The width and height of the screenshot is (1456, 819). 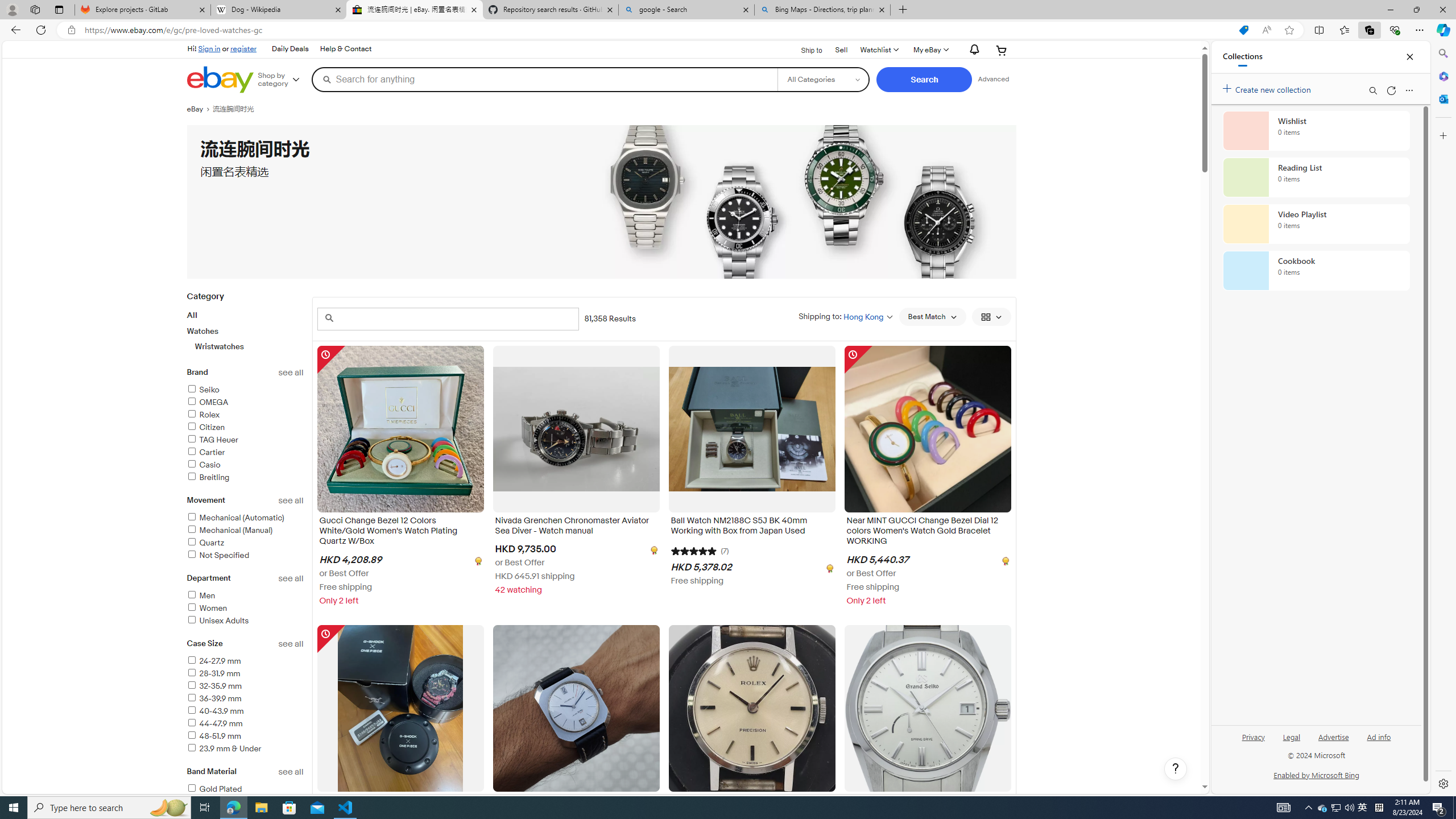 What do you see at coordinates (224, 748) in the screenshot?
I see `'23.9 mm & Under'` at bounding box center [224, 748].